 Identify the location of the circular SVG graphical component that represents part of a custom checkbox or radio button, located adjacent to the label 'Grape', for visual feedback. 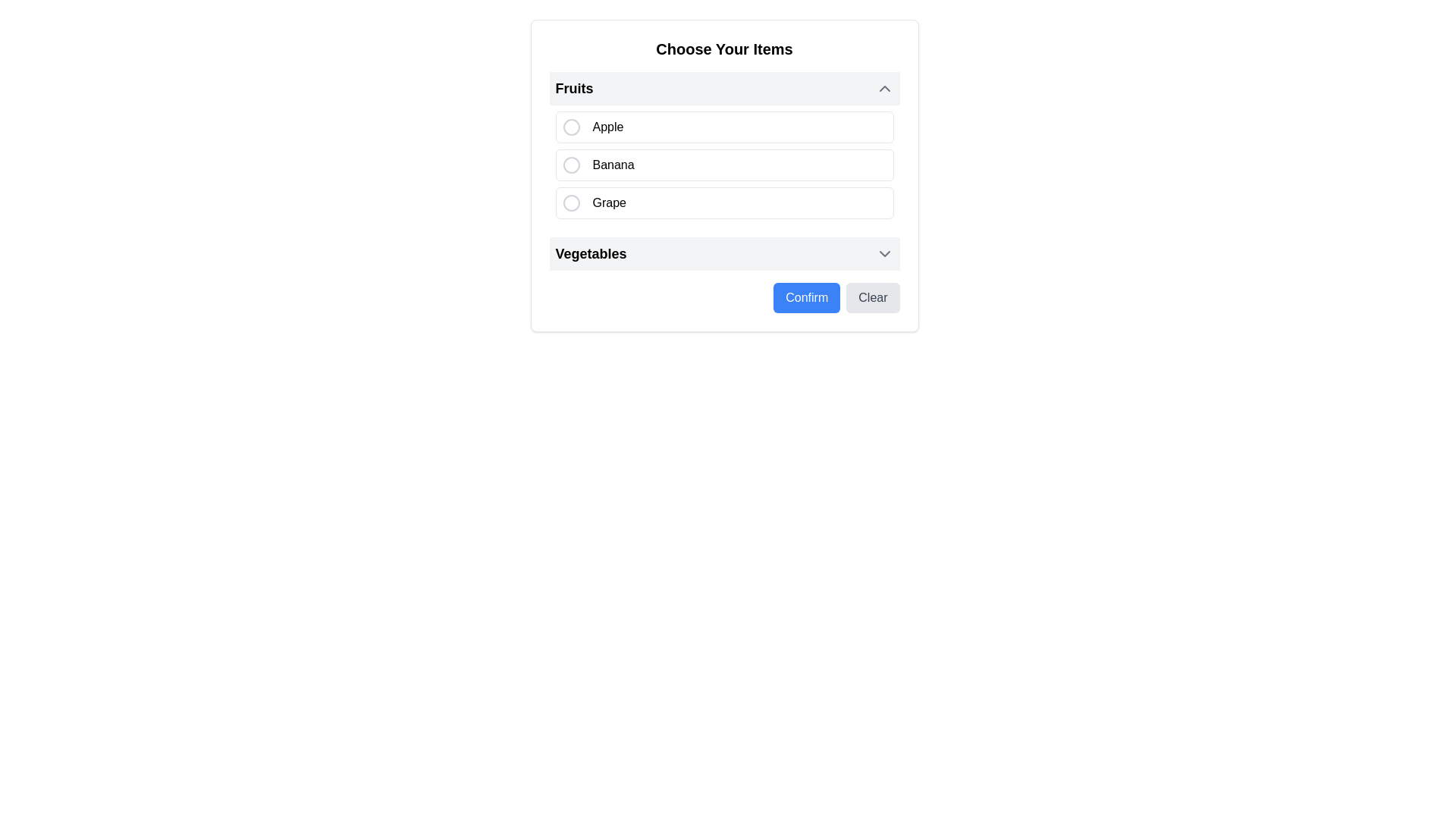
(570, 202).